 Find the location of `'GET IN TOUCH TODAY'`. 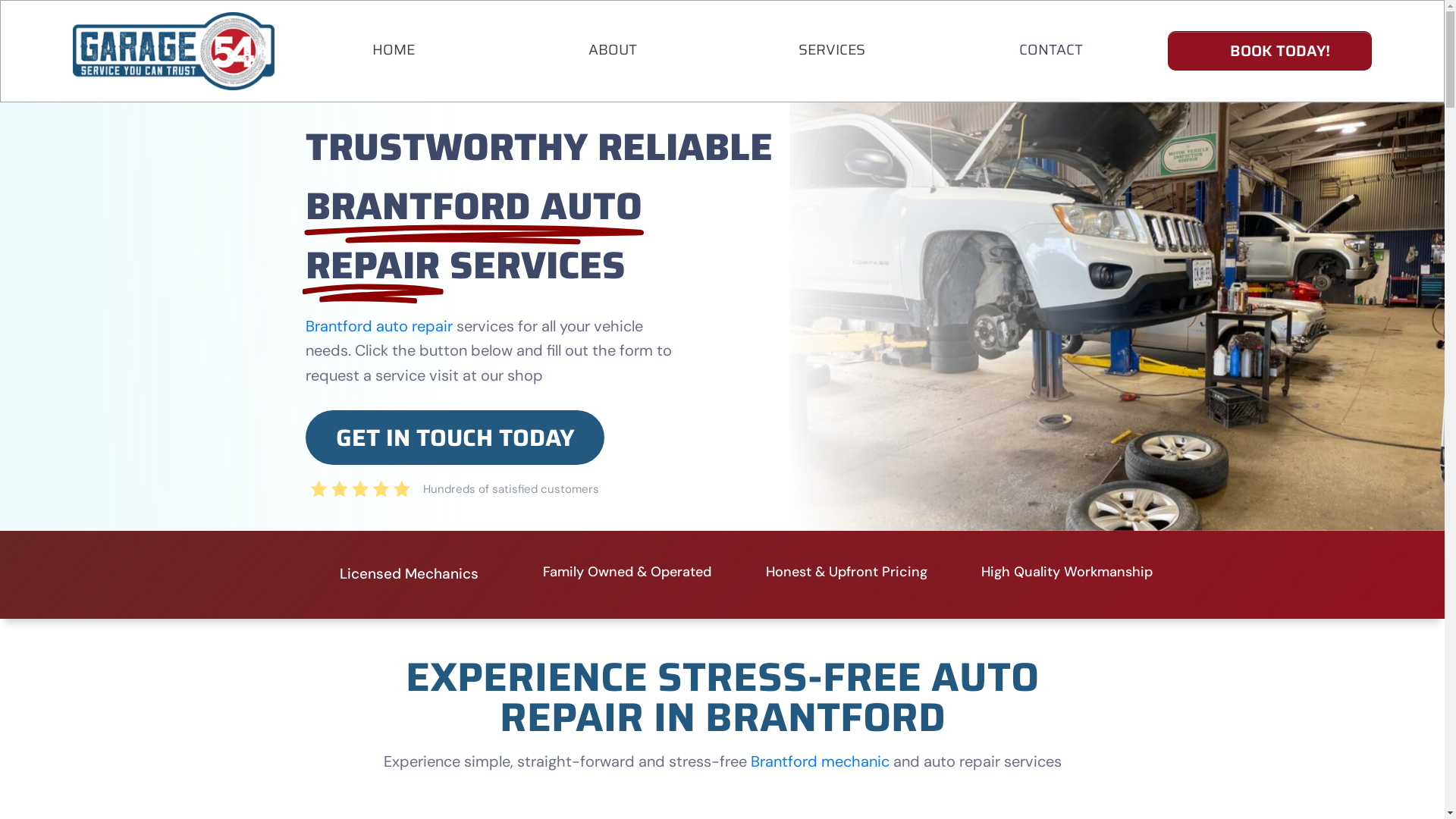

'GET IN TOUCH TODAY' is located at coordinates (454, 438).